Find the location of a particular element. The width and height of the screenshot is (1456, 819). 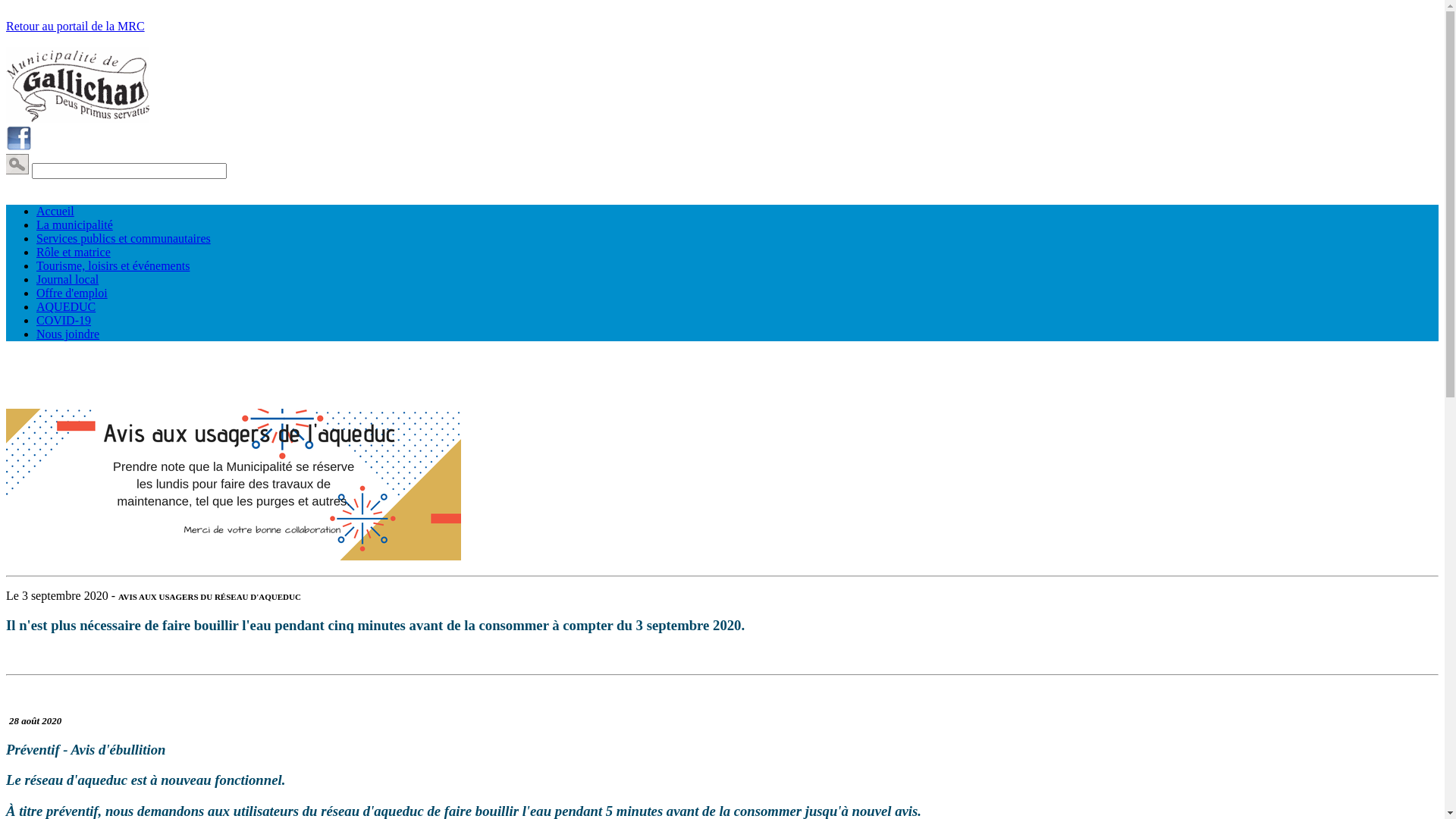

'Accueil' is located at coordinates (55, 211).